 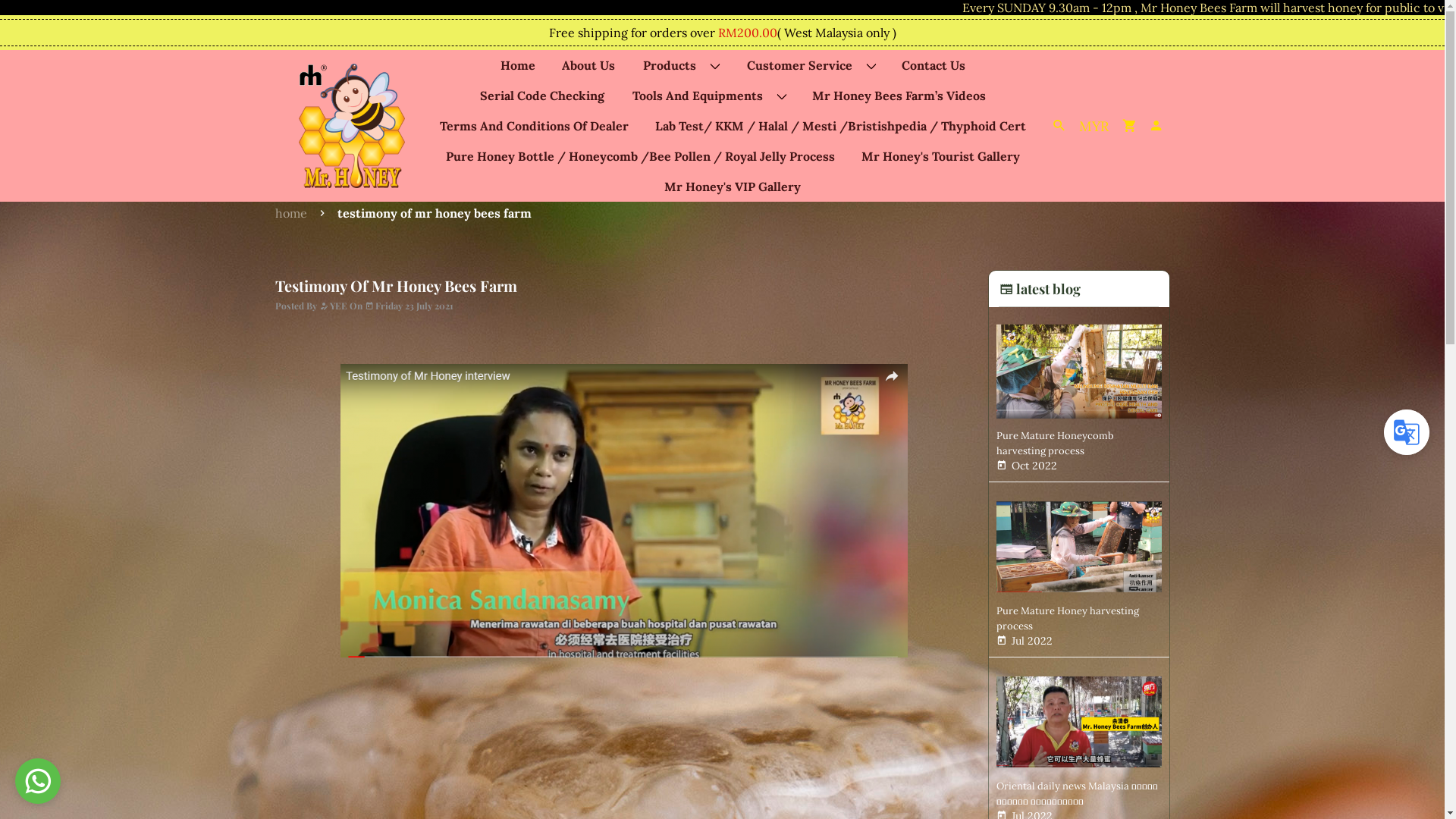 I want to click on 'Mr Honey'S VIP Gallery', so click(x=732, y=186).